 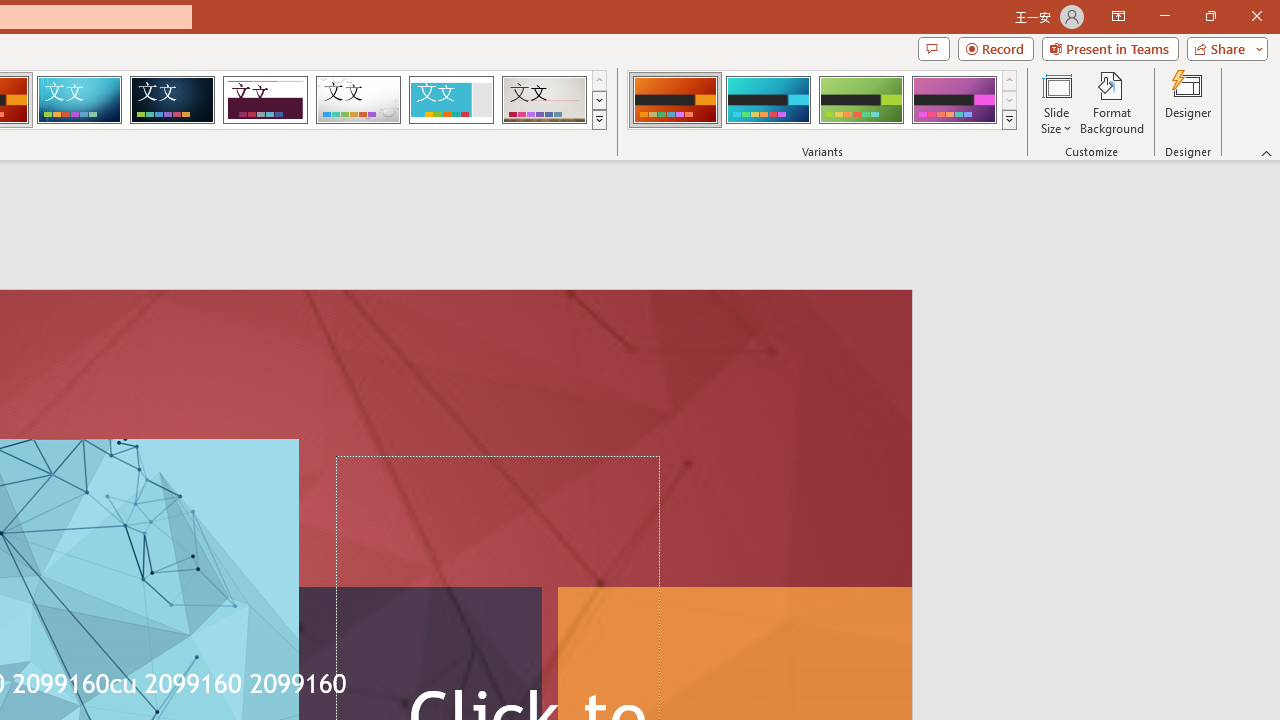 I want to click on 'Berlin Variant 1', so click(x=675, y=100).